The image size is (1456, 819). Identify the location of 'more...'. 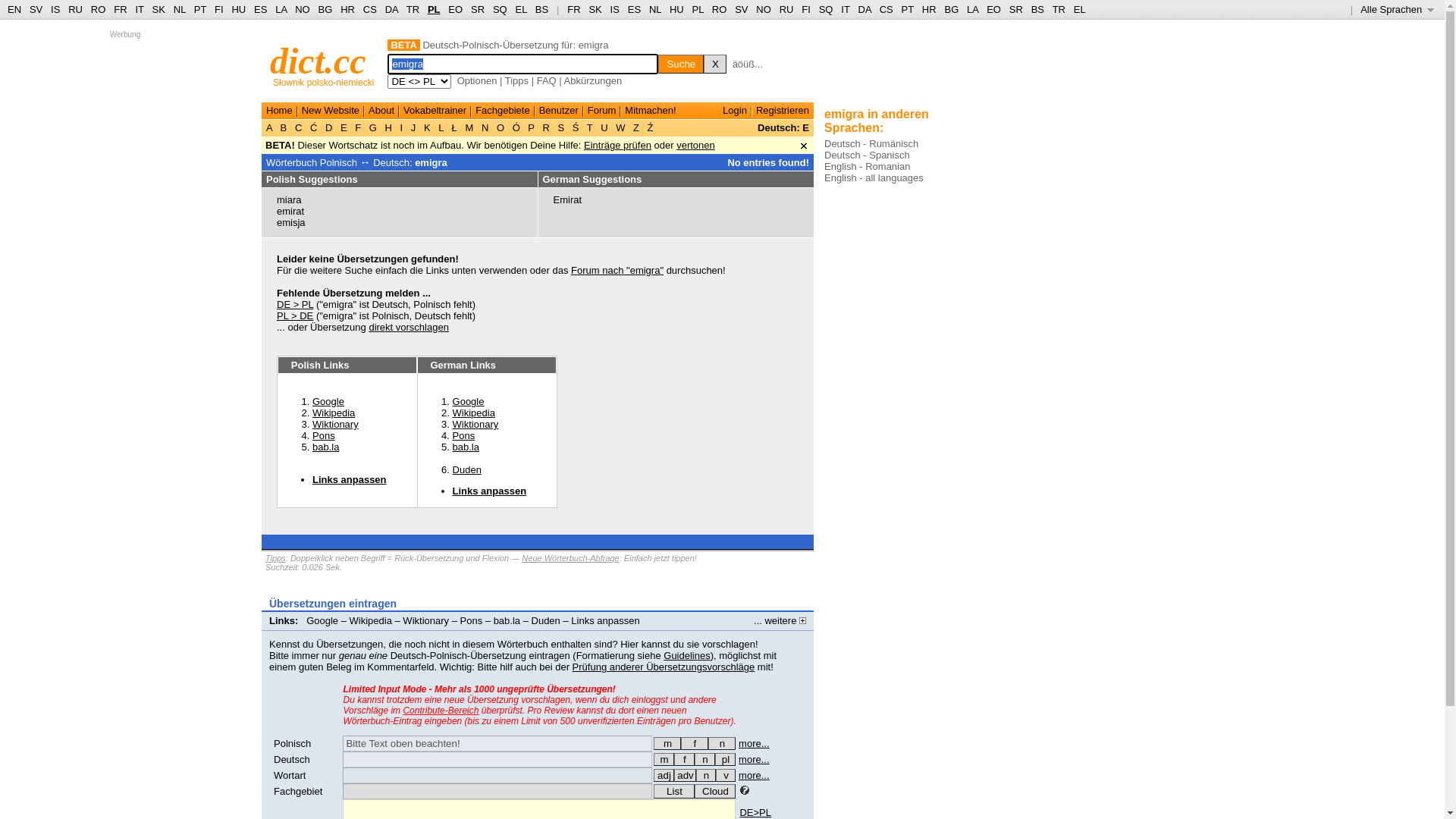
(753, 775).